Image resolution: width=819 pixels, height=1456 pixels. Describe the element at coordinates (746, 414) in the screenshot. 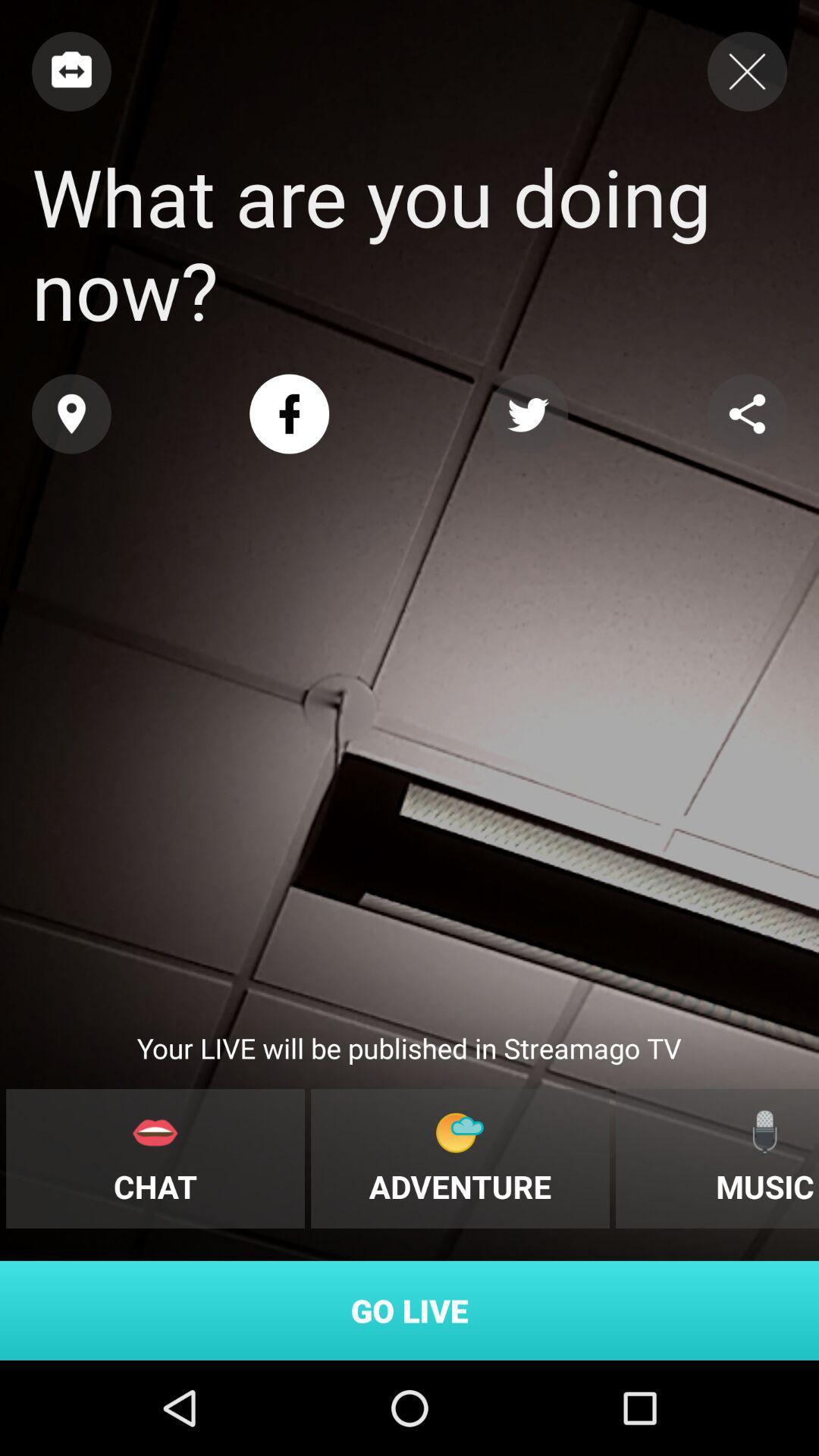

I see `share the link` at that location.